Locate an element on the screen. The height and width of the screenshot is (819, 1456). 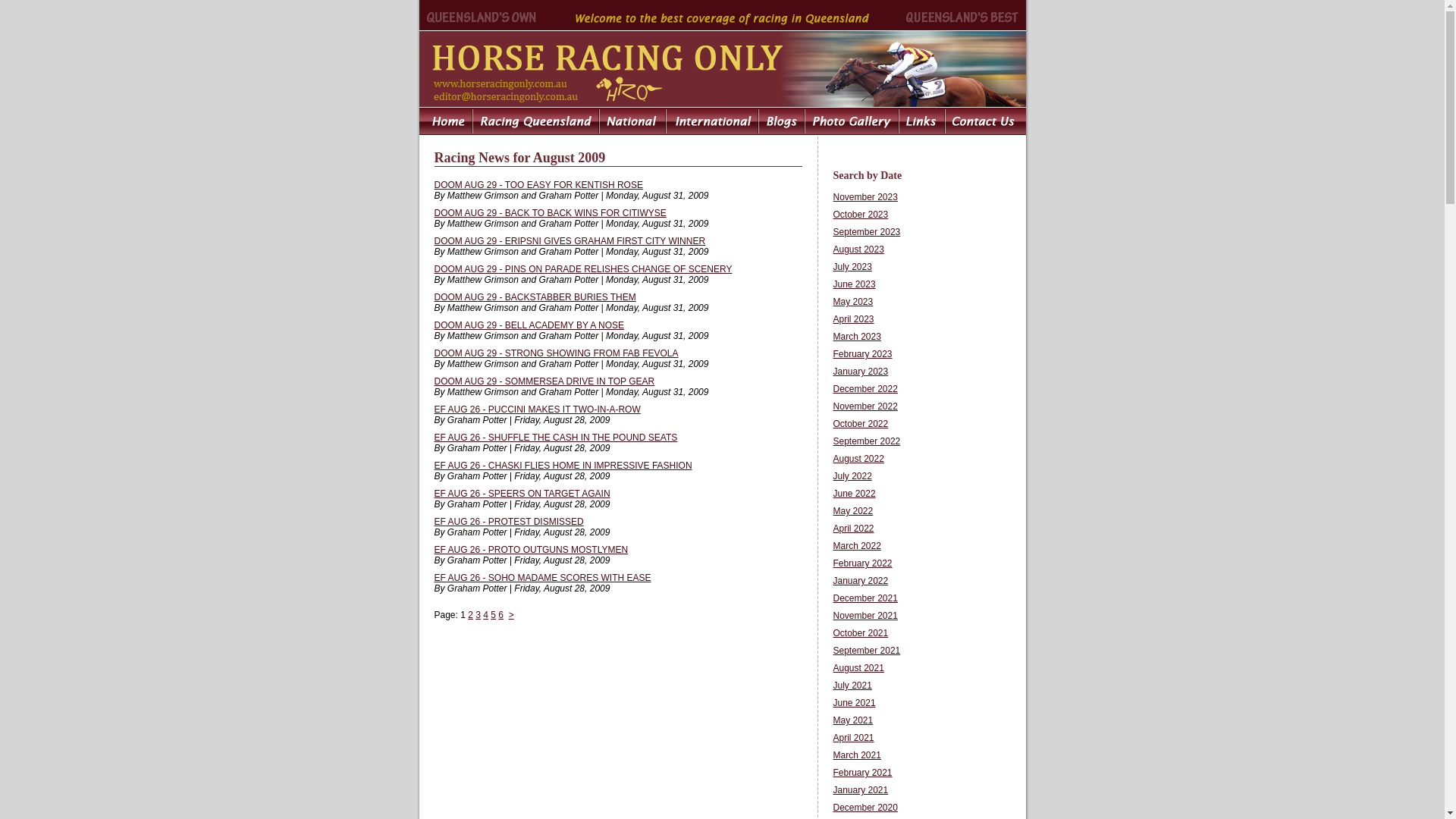
'November 2023' is located at coordinates (864, 196).